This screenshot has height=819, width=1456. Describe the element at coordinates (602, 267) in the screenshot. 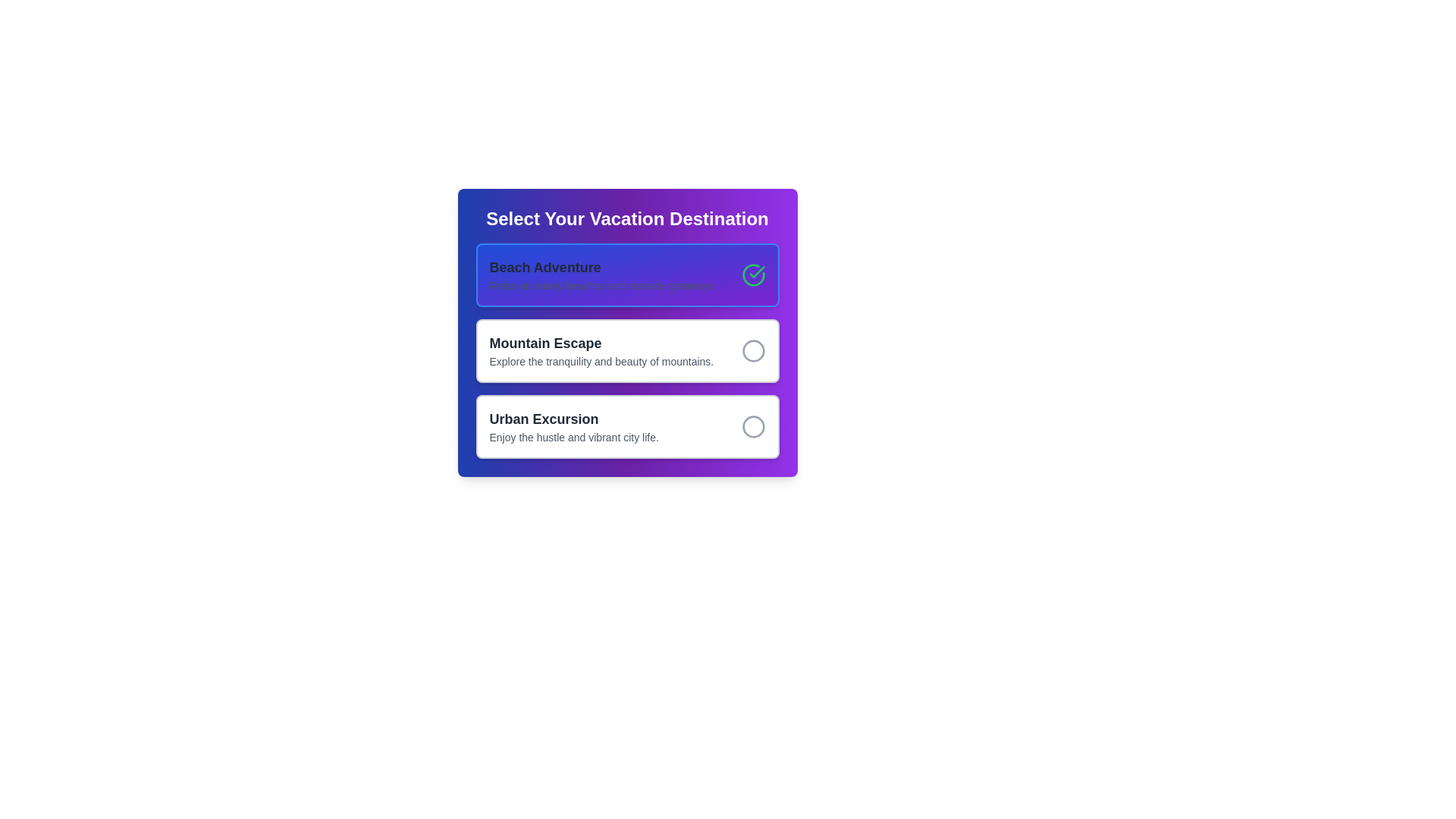

I see `the title text display element that describes the vacation option` at that location.